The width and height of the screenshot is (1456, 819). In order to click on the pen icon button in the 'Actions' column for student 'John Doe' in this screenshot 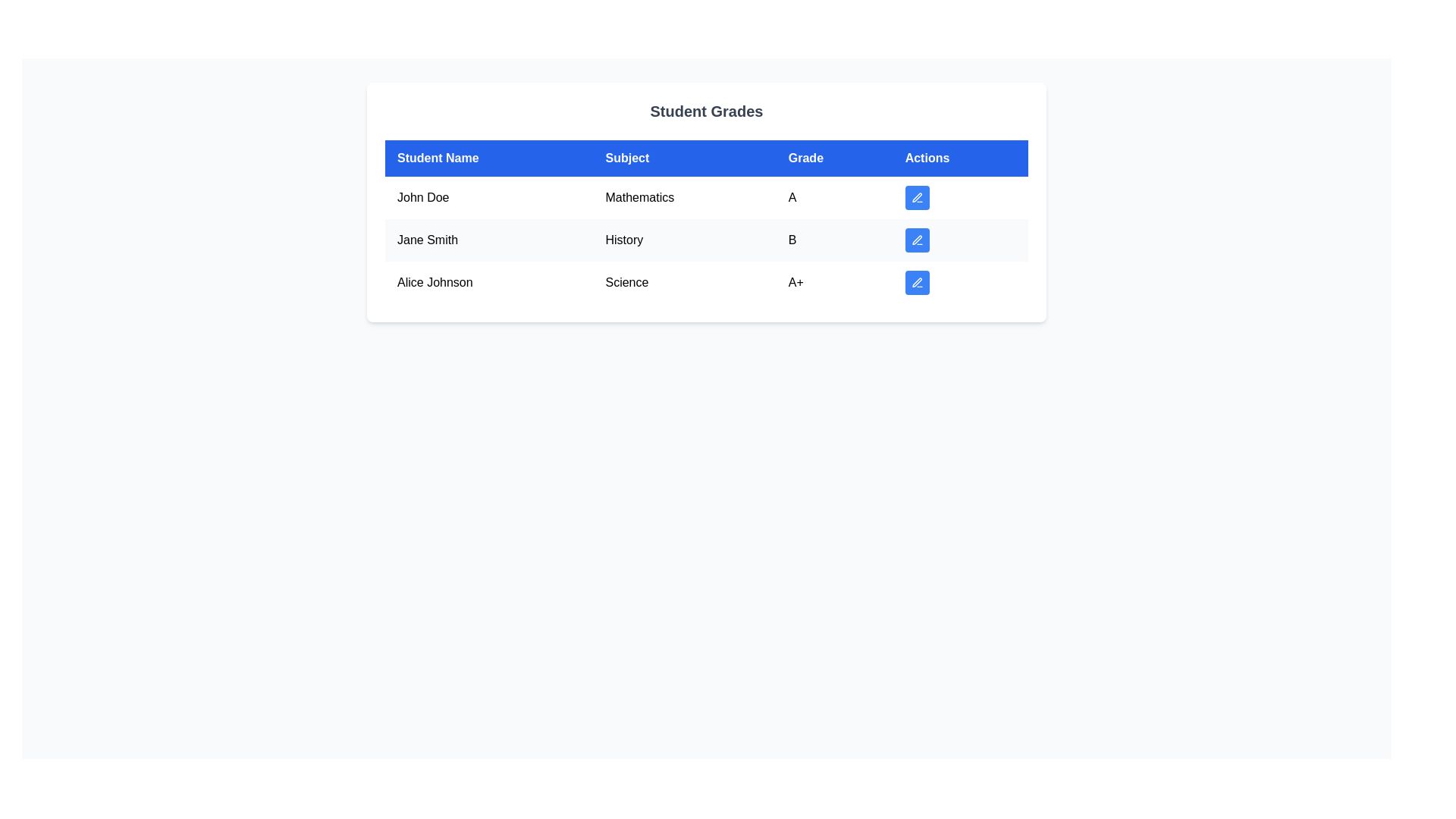, I will do `click(916, 197)`.